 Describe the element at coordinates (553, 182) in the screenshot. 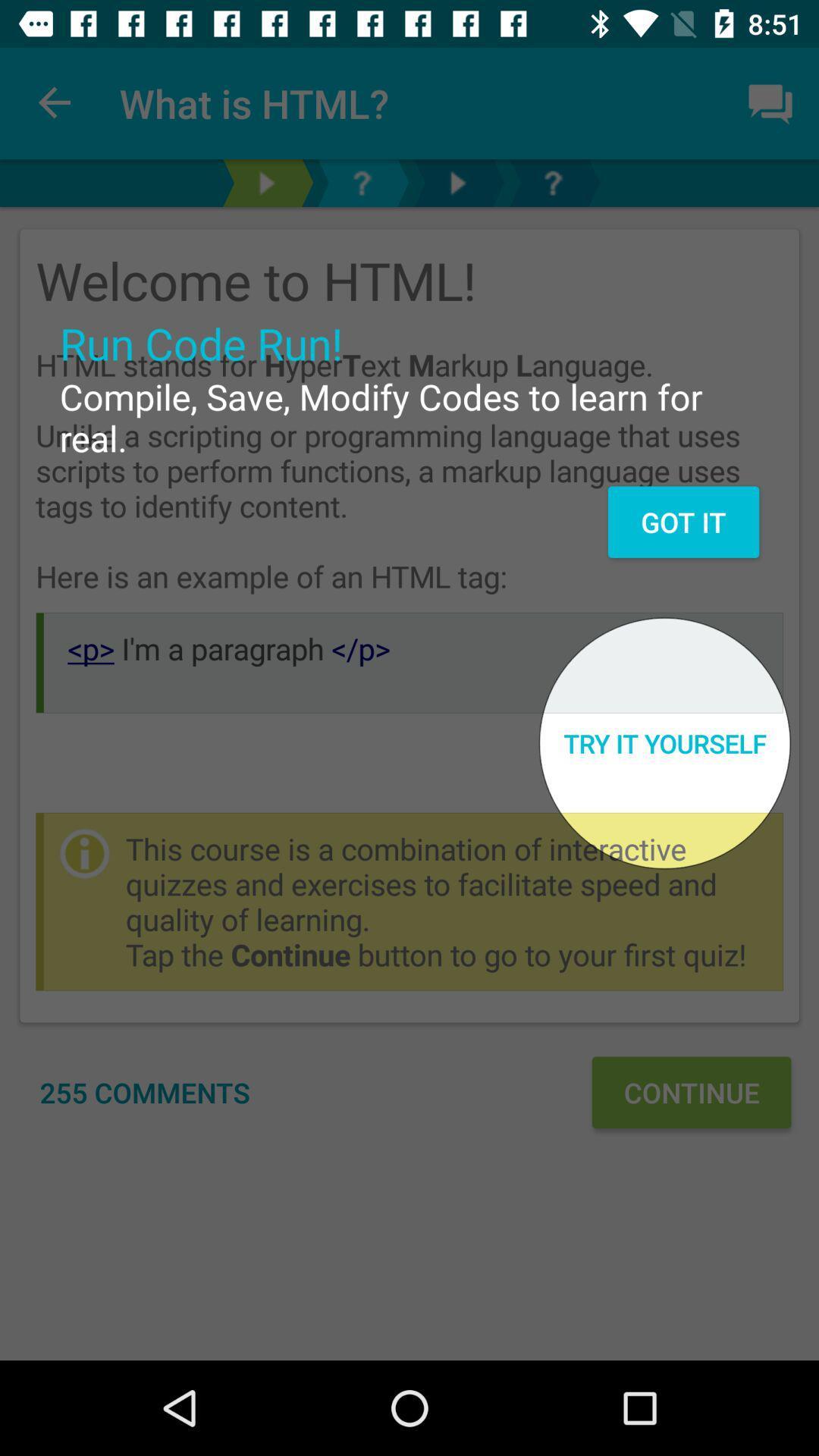

I see `the help icon` at that location.